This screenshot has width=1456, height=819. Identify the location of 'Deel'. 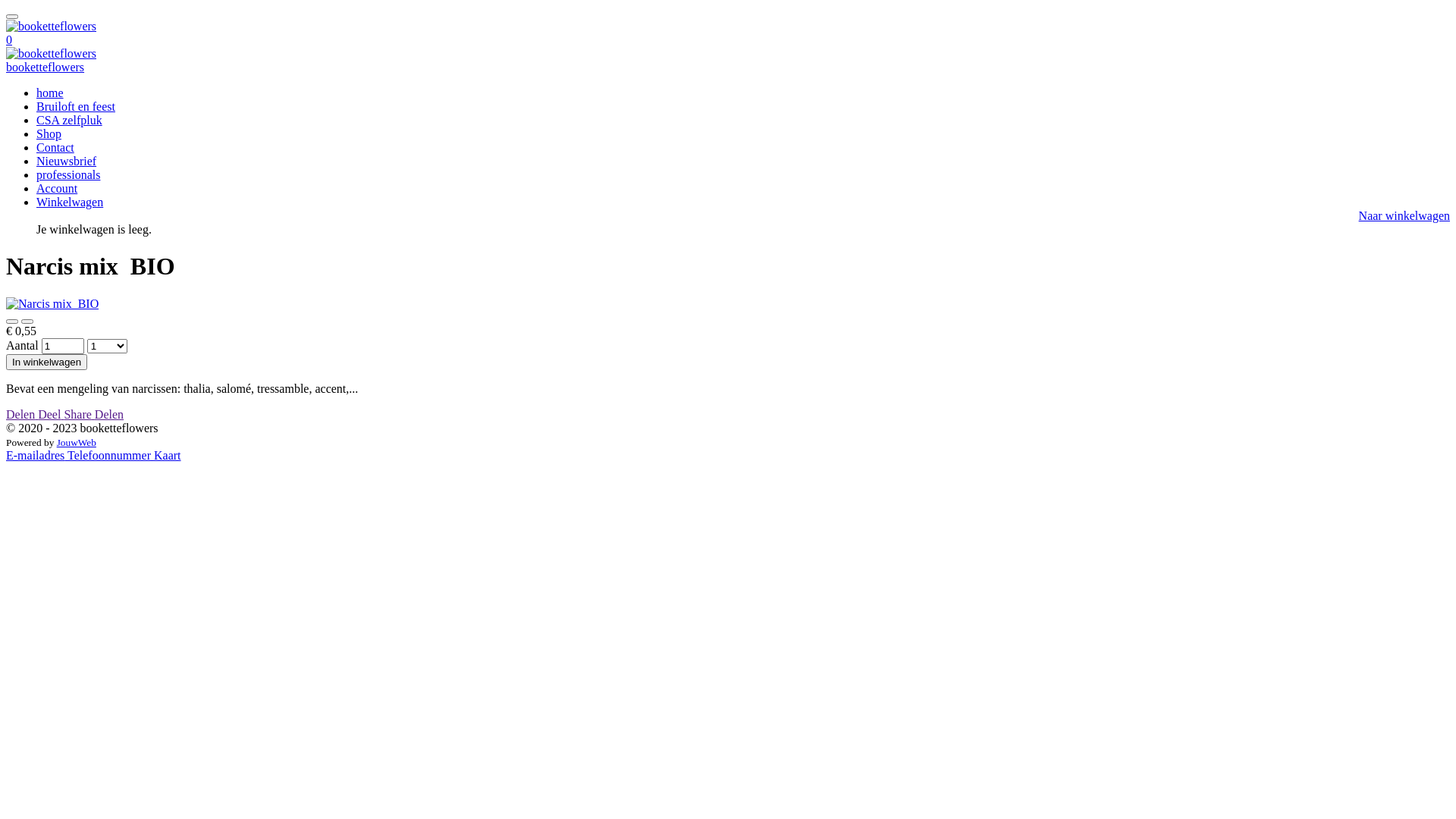
(51, 414).